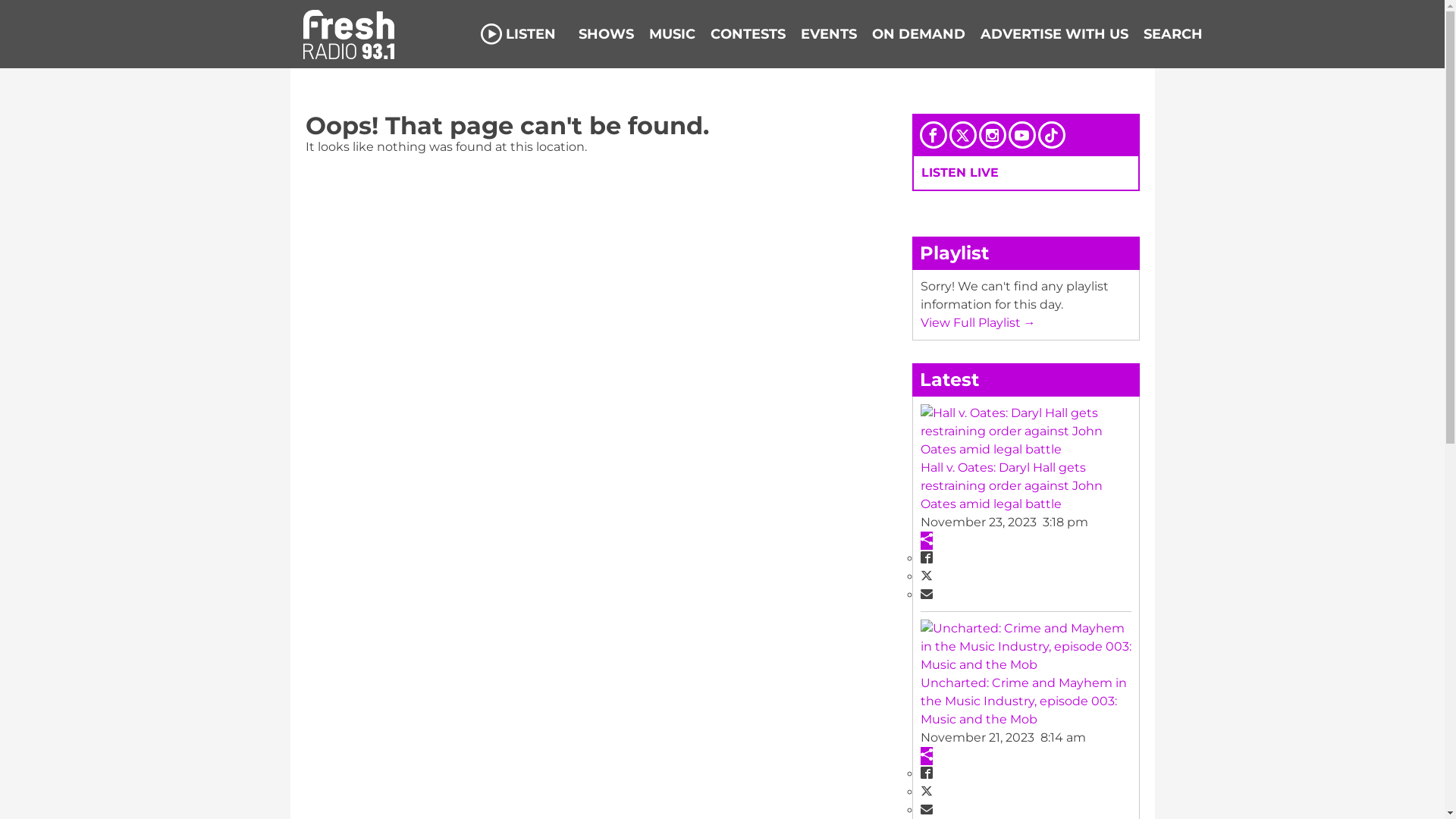  Describe the element at coordinates (671, 34) in the screenshot. I see `'MUSIC'` at that location.